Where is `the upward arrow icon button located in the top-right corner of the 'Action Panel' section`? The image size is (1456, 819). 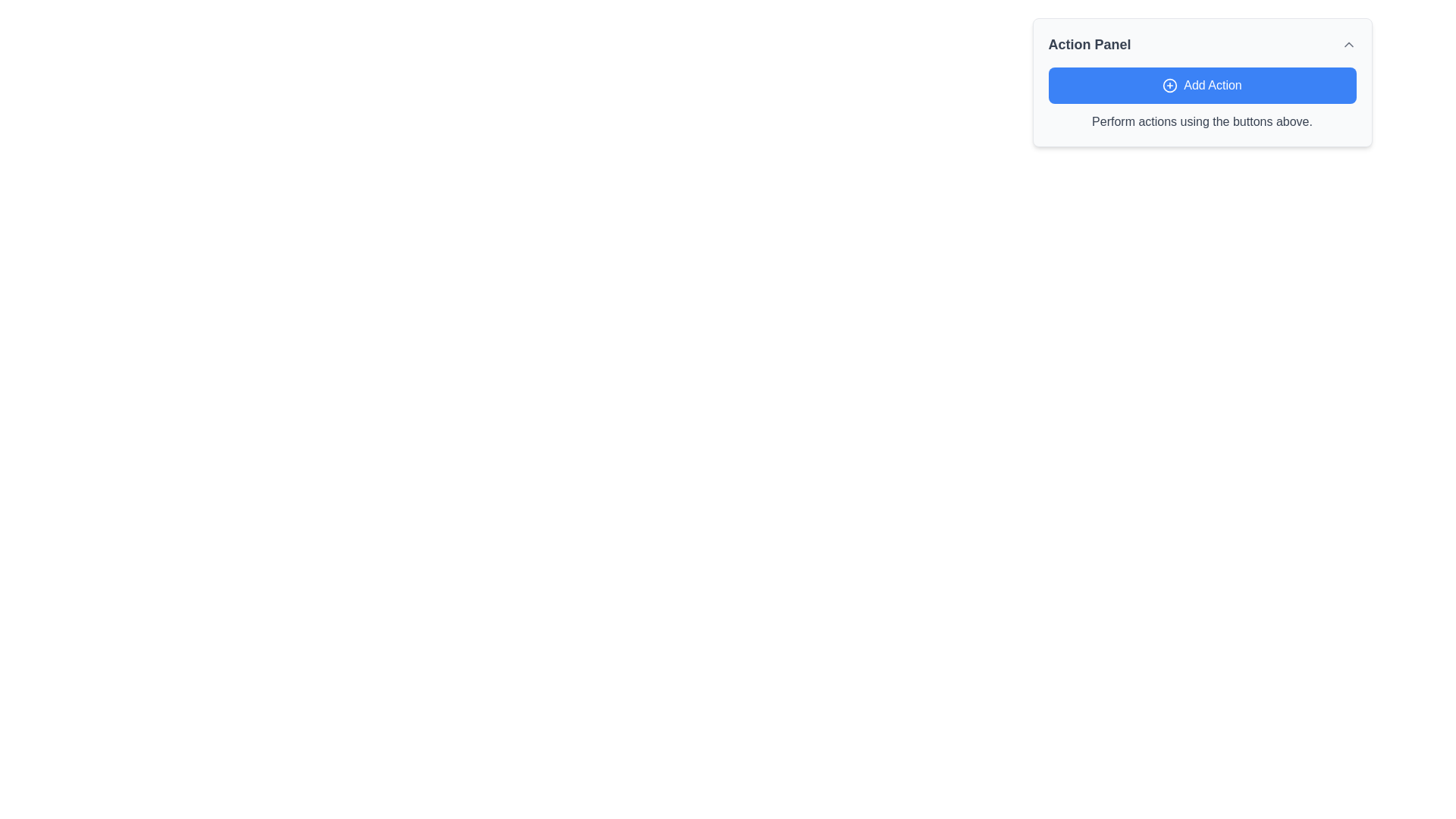 the upward arrow icon button located in the top-right corner of the 'Action Panel' section is located at coordinates (1348, 43).